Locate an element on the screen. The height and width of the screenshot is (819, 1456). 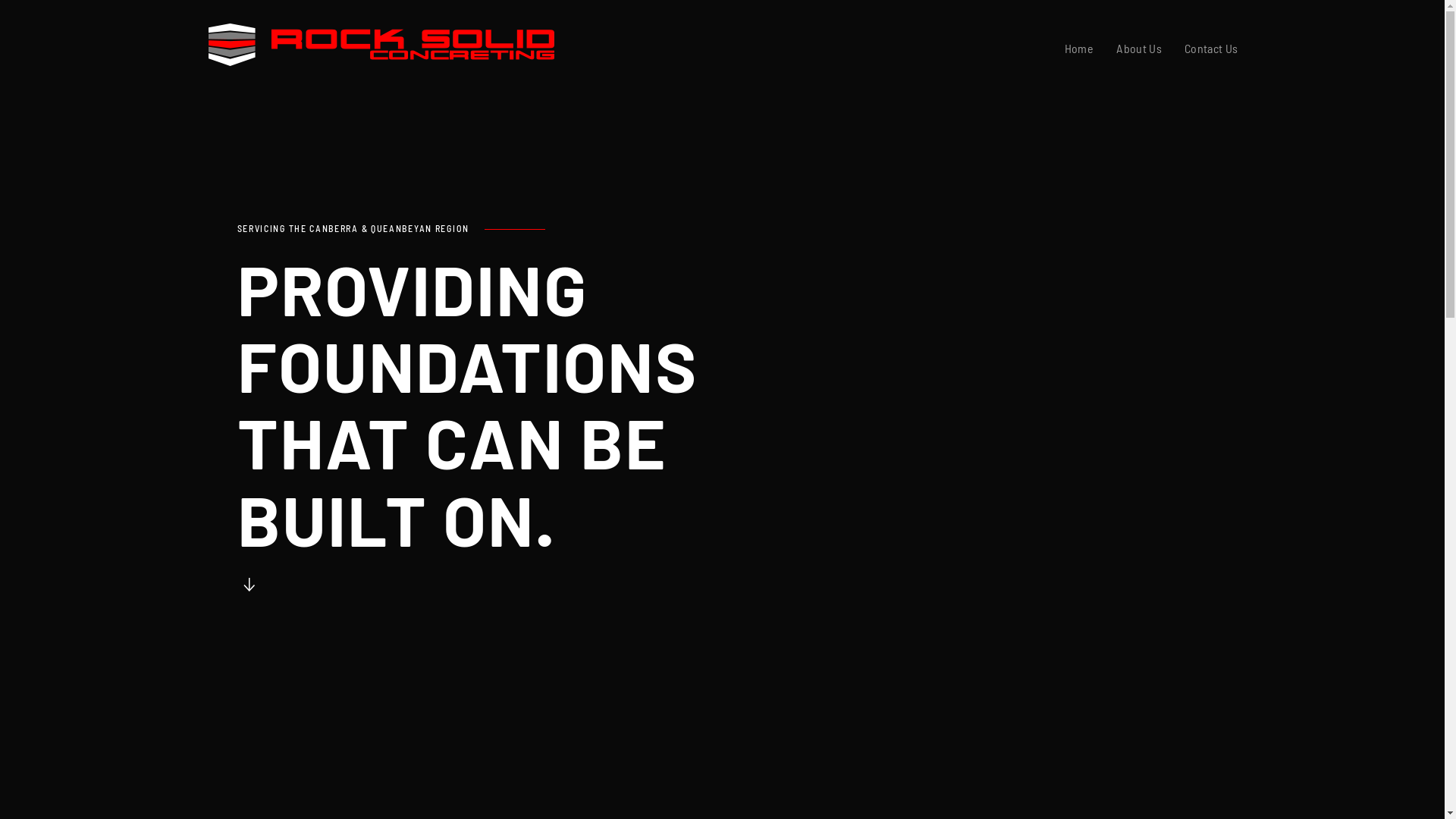
'Contact Us' is located at coordinates (1210, 48).